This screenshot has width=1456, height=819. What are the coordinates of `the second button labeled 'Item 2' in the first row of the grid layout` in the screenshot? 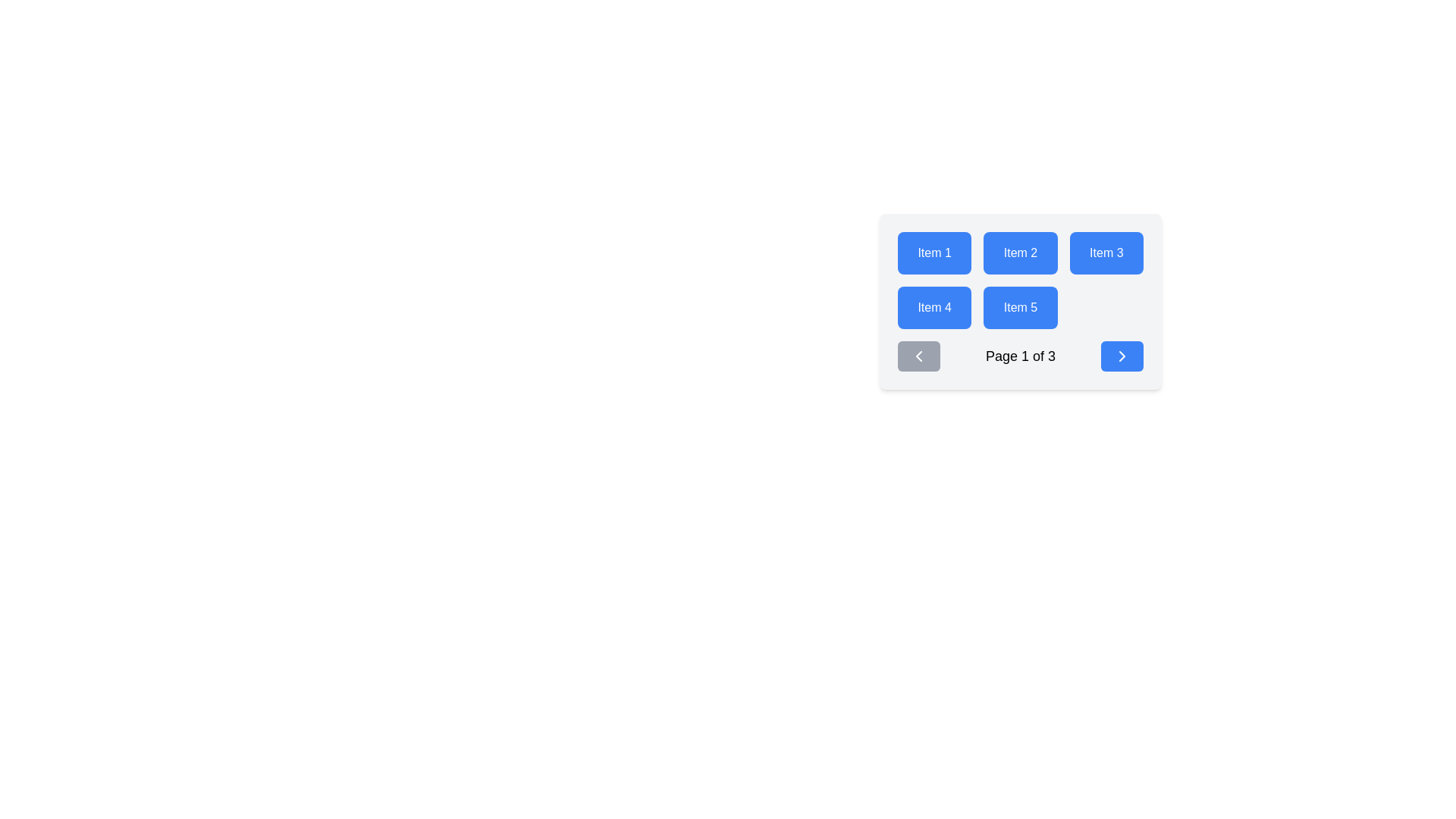 It's located at (1020, 253).